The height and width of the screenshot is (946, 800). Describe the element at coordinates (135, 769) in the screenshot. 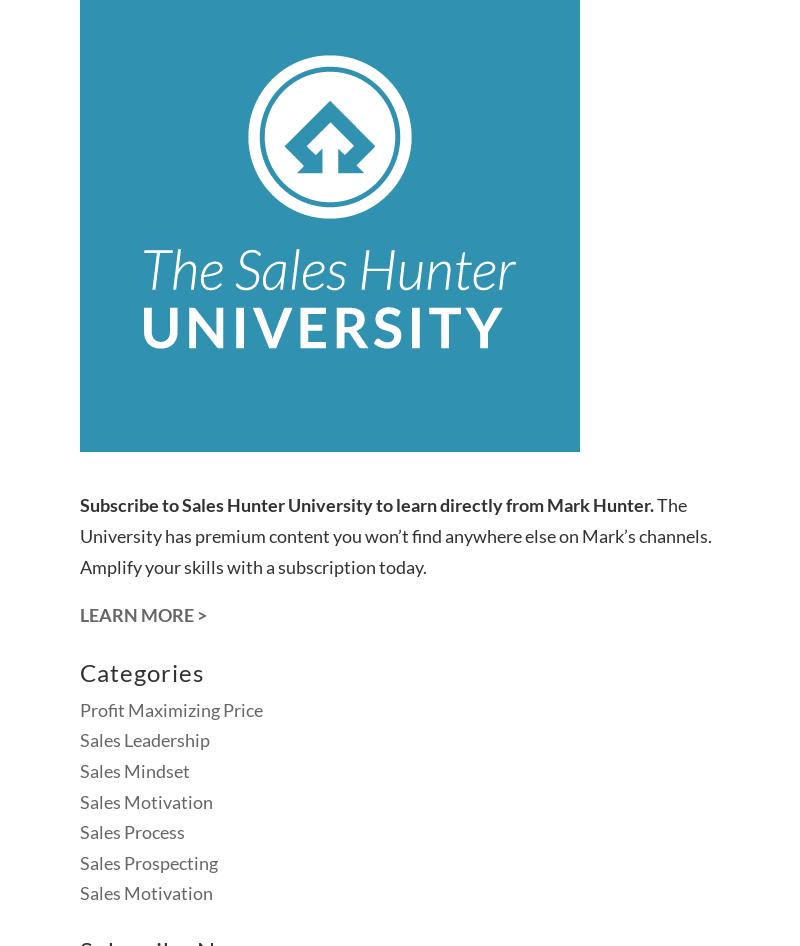

I see `'Sales Mindset'` at that location.